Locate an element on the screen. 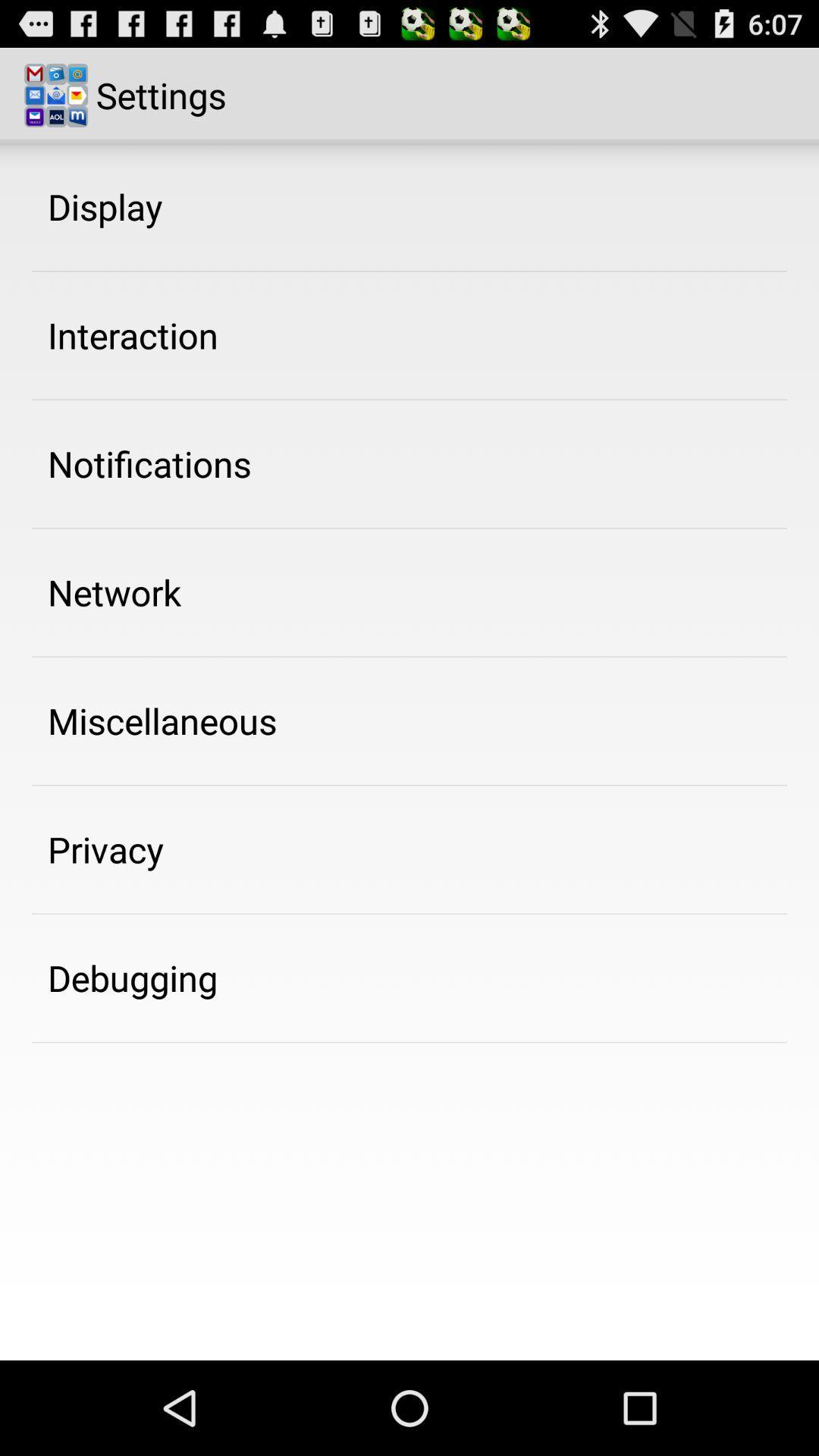 Image resolution: width=819 pixels, height=1456 pixels. the item above the debugging app is located at coordinates (105, 849).